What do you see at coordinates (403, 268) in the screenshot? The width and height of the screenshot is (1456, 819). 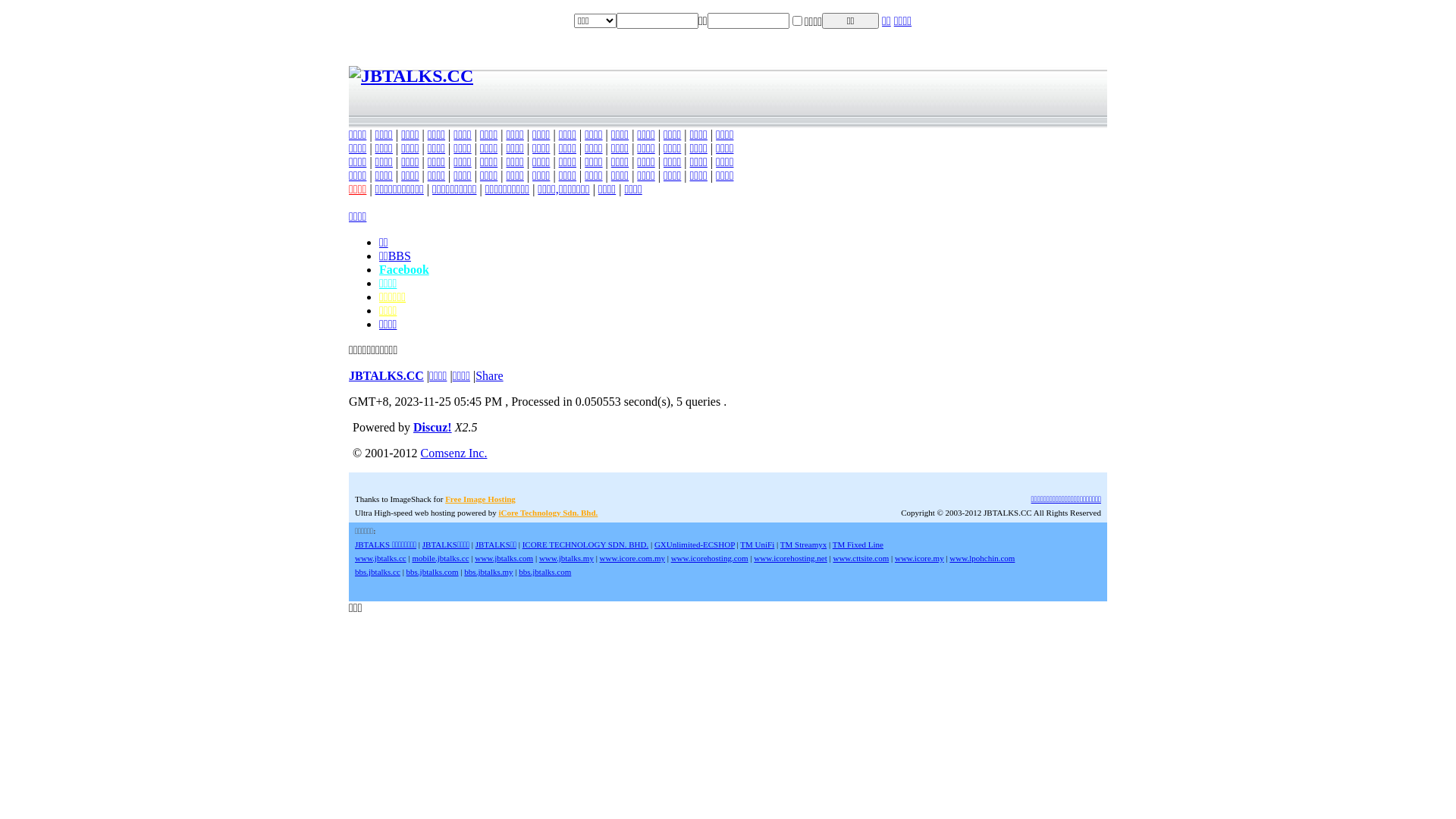 I see `'Facebook'` at bounding box center [403, 268].